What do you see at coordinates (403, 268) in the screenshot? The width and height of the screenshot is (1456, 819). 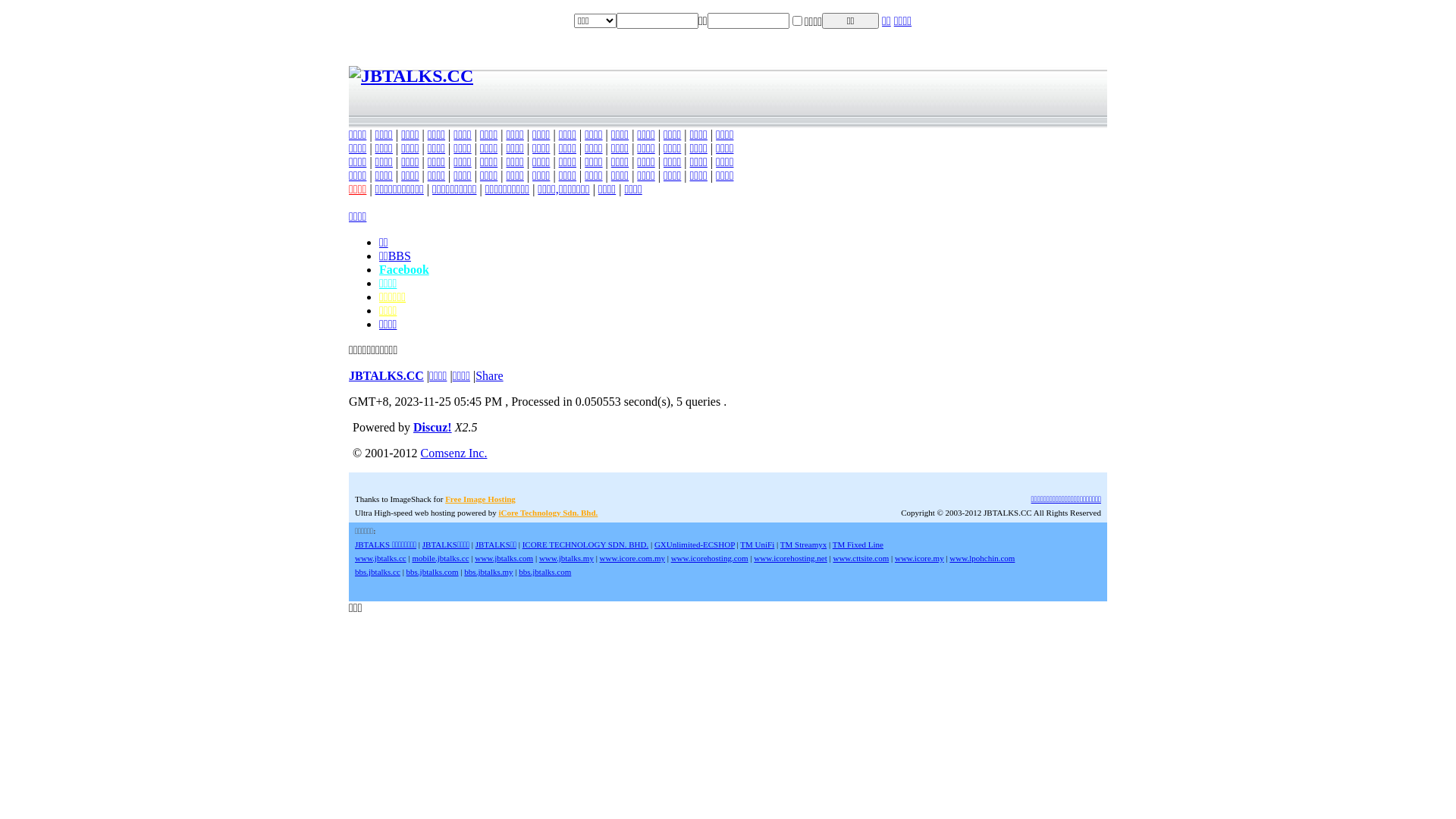 I see `'Facebook'` at bounding box center [403, 268].